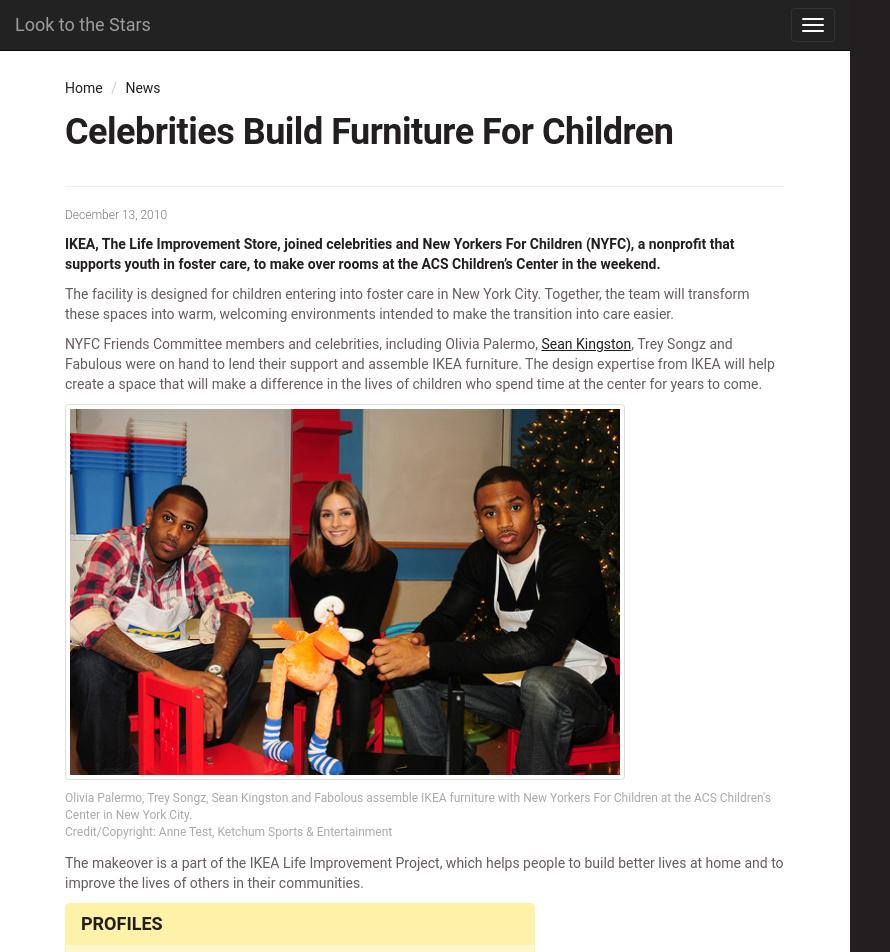  What do you see at coordinates (416, 806) in the screenshot?
I see `'Olivia Palermo, Trey Songz, Sean Kingston and Fabolous assemble IKEA furniture with New Yorkers For Children at the ACS Children's Center in New York City.'` at bounding box center [416, 806].